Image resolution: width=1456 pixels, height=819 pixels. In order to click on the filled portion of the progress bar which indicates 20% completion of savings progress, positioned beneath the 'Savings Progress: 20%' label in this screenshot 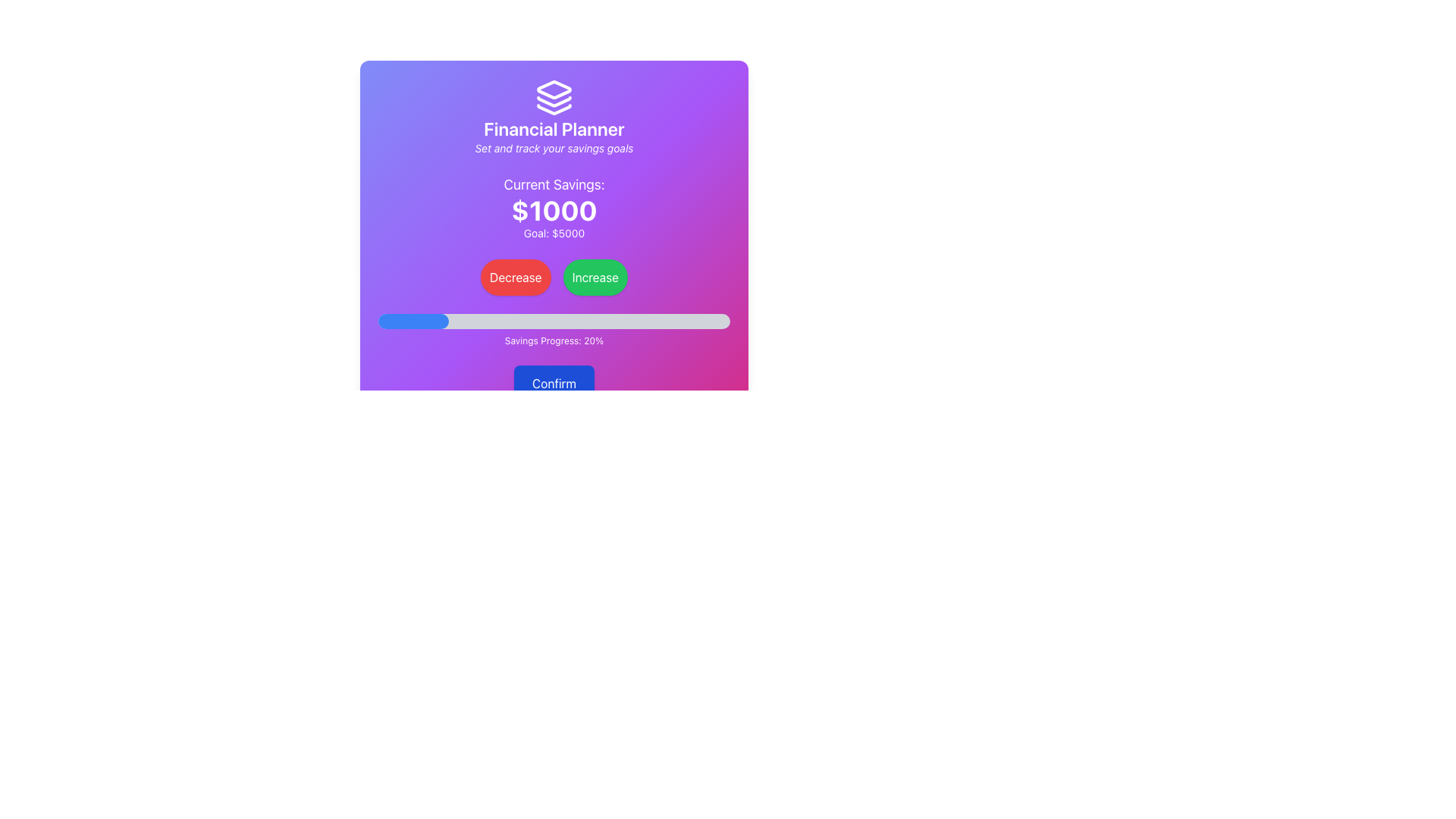, I will do `click(413, 321)`.